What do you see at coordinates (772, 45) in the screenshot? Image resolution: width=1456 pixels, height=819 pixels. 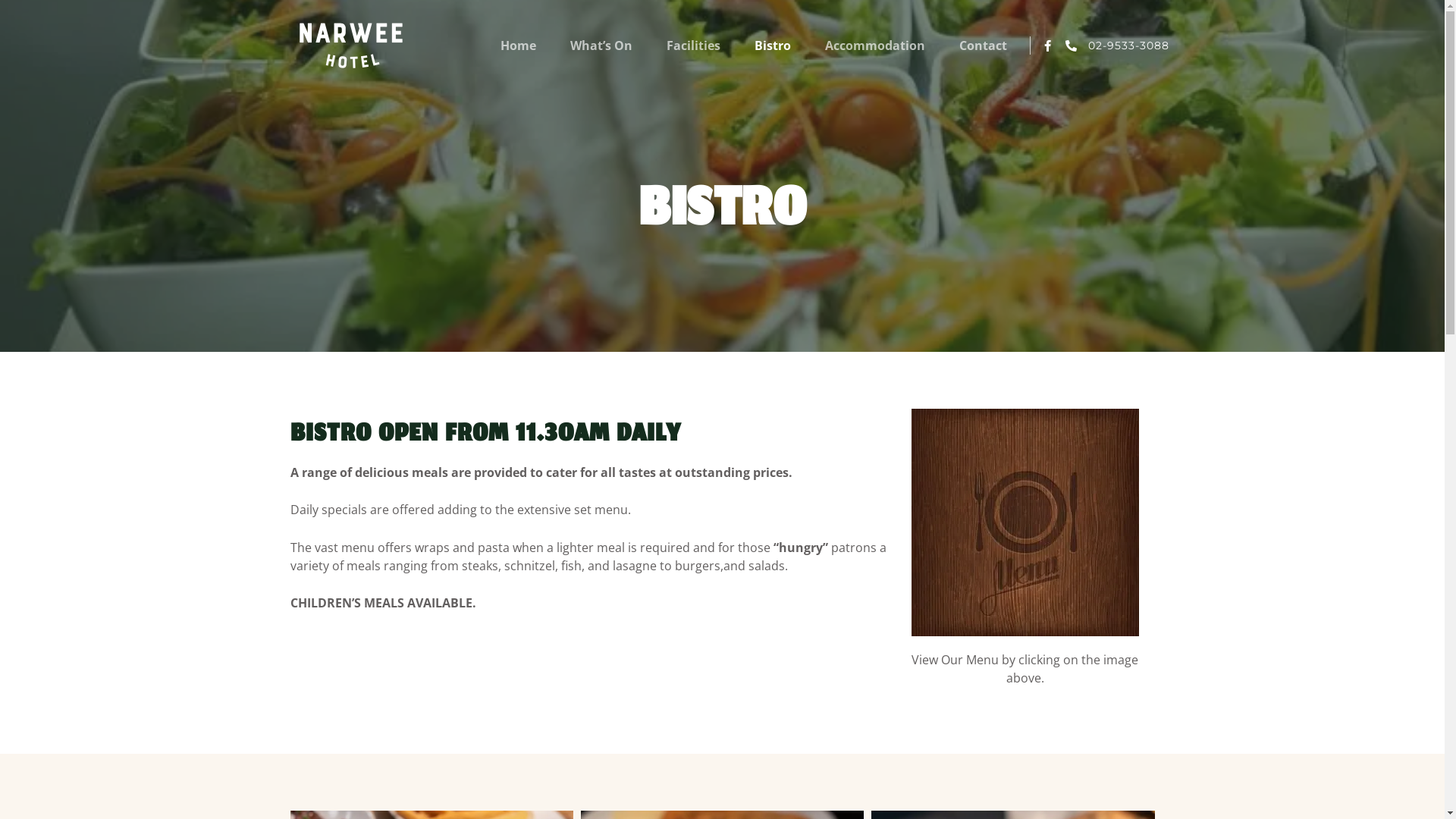 I see `'Bistro'` at bounding box center [772, 45].